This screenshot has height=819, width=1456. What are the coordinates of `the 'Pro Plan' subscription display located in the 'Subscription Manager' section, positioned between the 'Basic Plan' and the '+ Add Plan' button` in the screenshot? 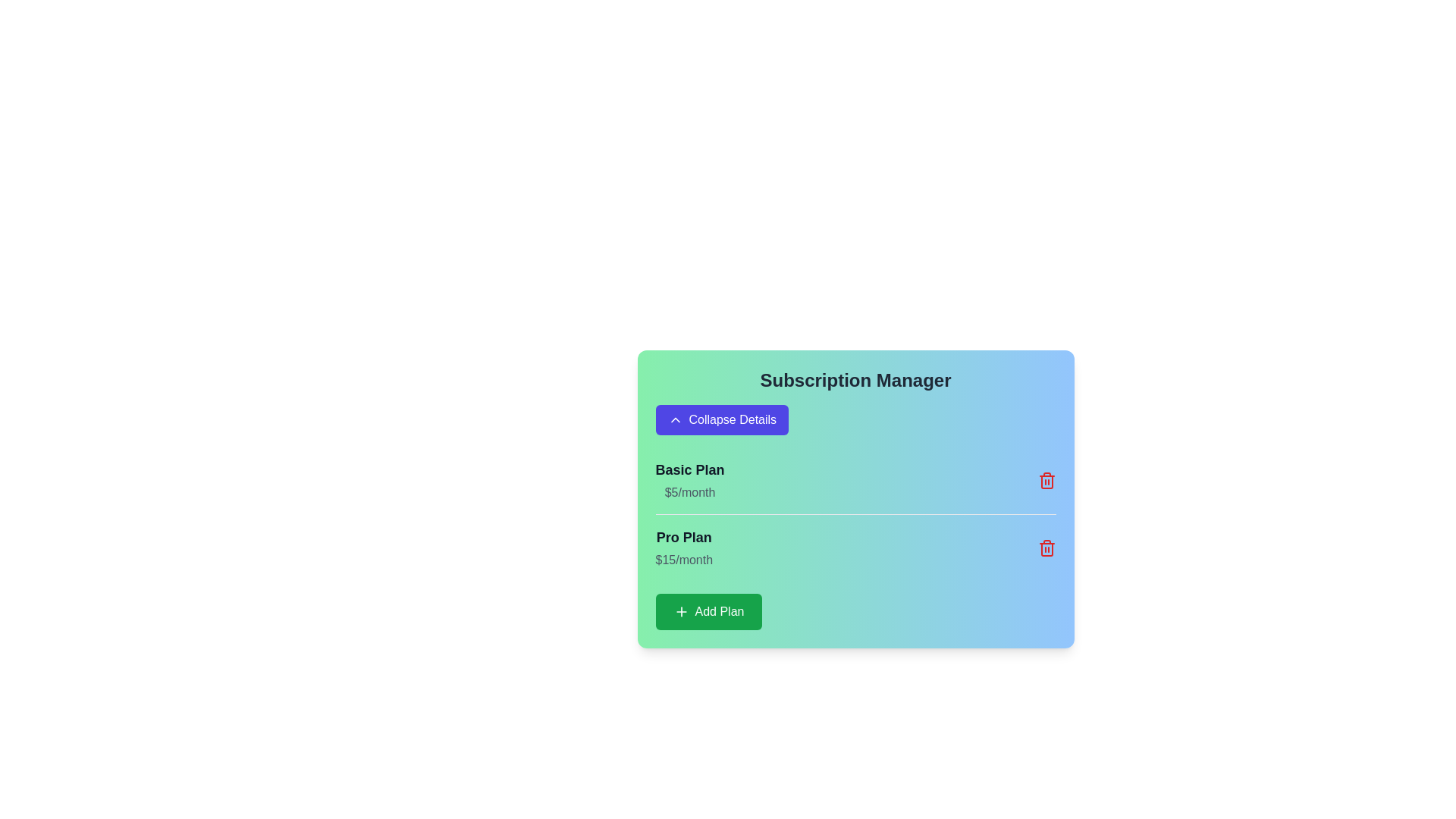 It's located at (683, 548).